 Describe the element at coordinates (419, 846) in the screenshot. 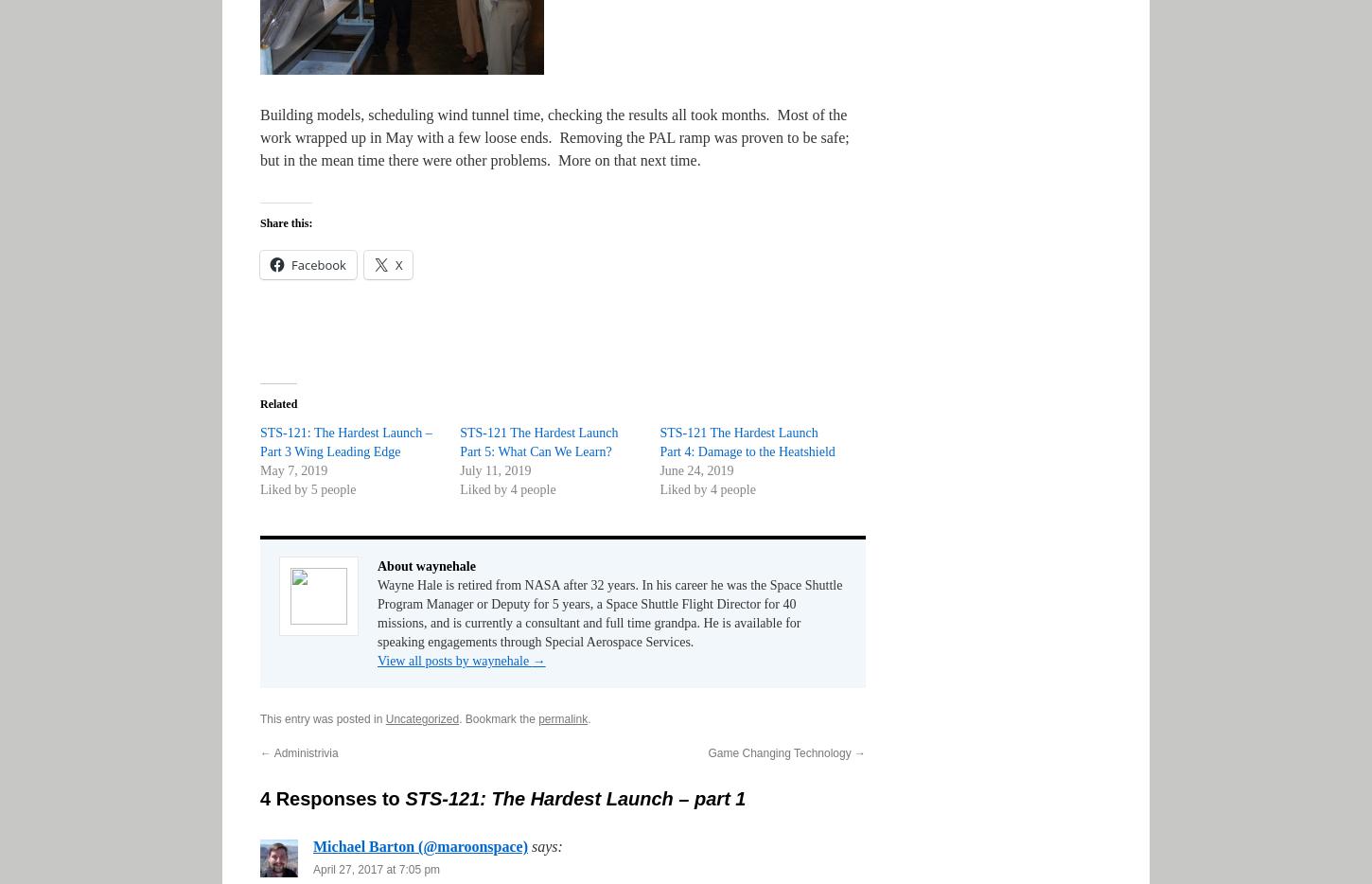

I see `'Michael Barton (@maroonspace)'` at that location.